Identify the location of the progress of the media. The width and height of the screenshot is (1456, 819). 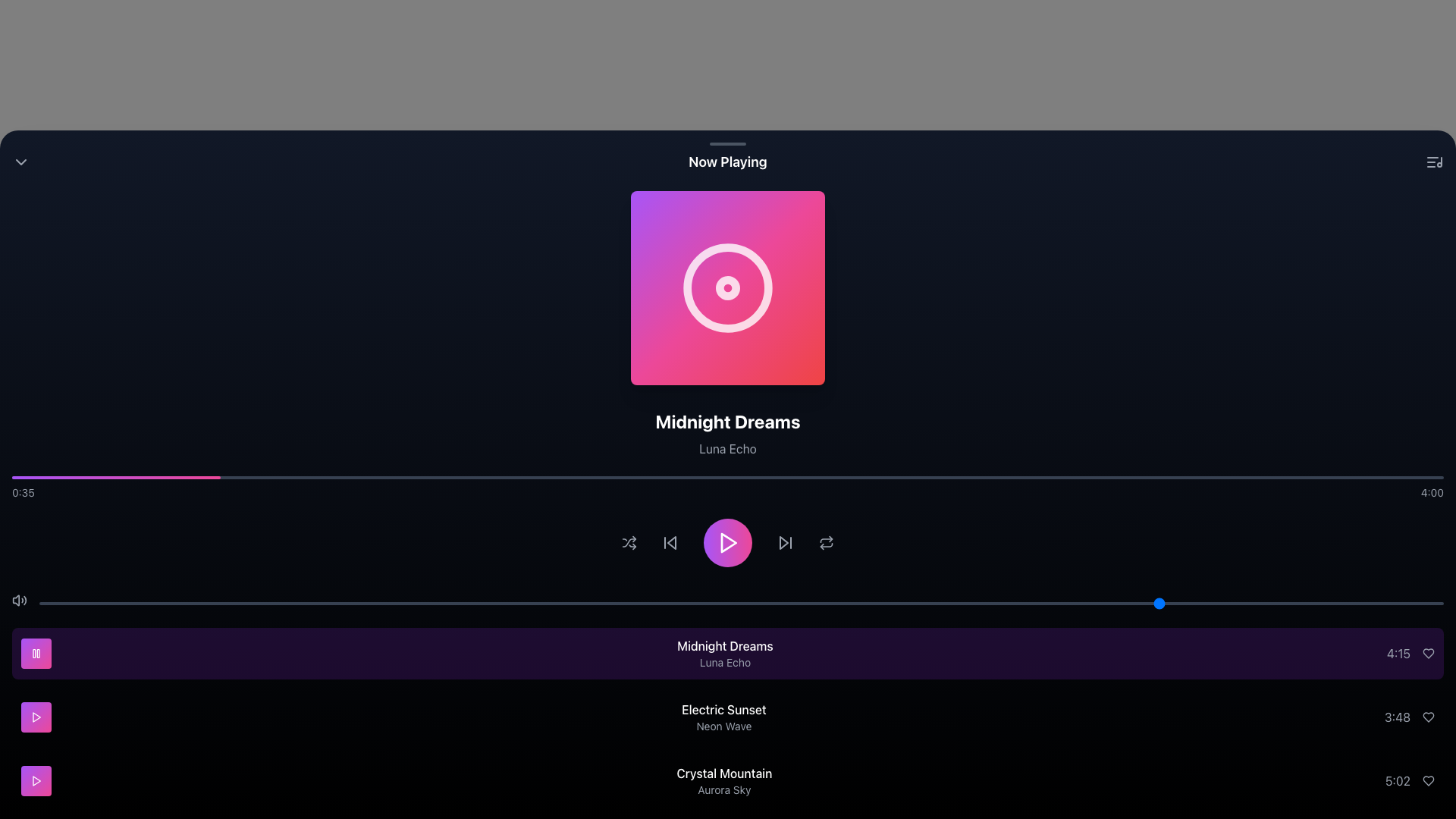
(642, 476).